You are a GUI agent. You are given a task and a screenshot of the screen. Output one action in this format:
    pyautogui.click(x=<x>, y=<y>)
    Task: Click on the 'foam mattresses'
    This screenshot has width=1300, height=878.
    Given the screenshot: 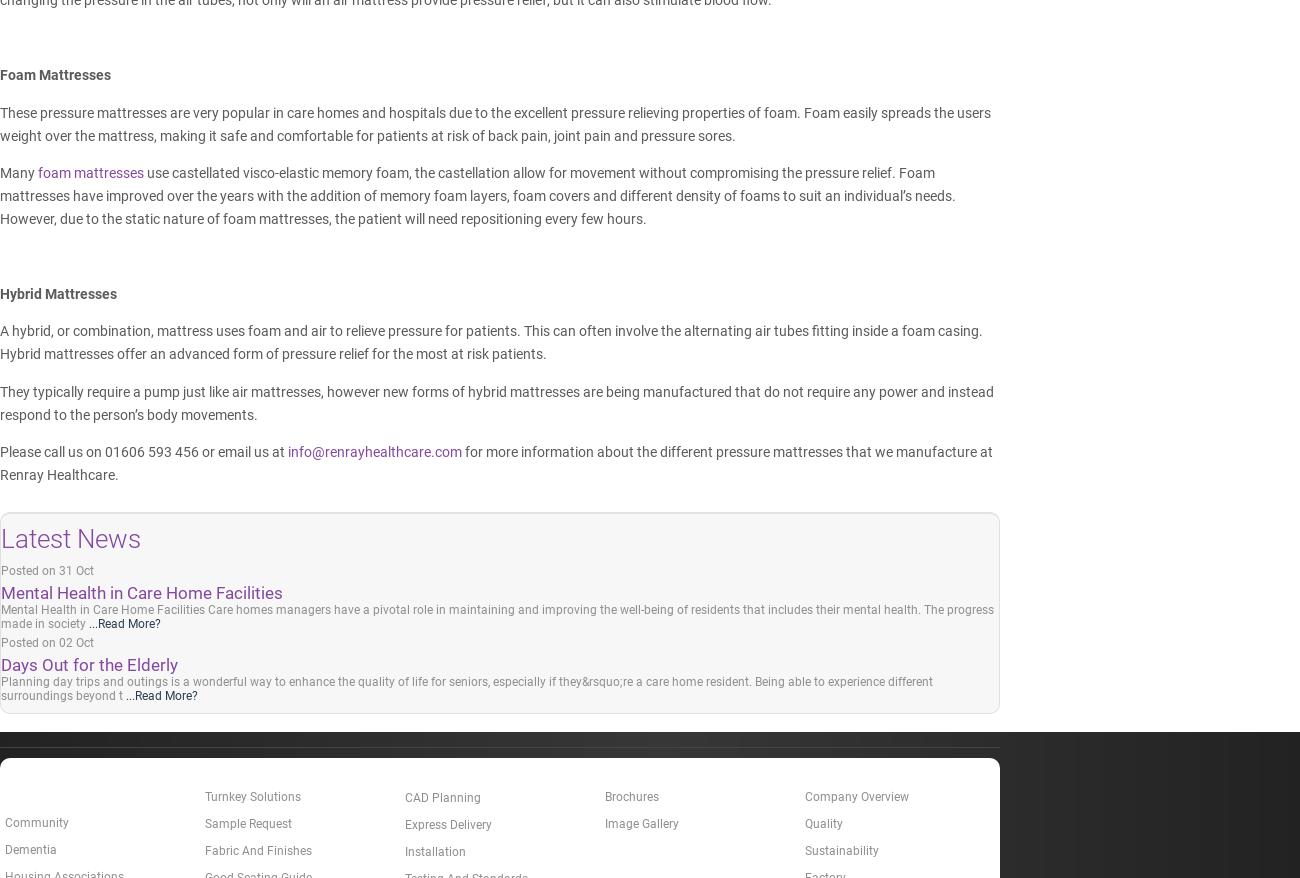 What is the action you would take?
    pyautogui.click(x=91, y=172)
    